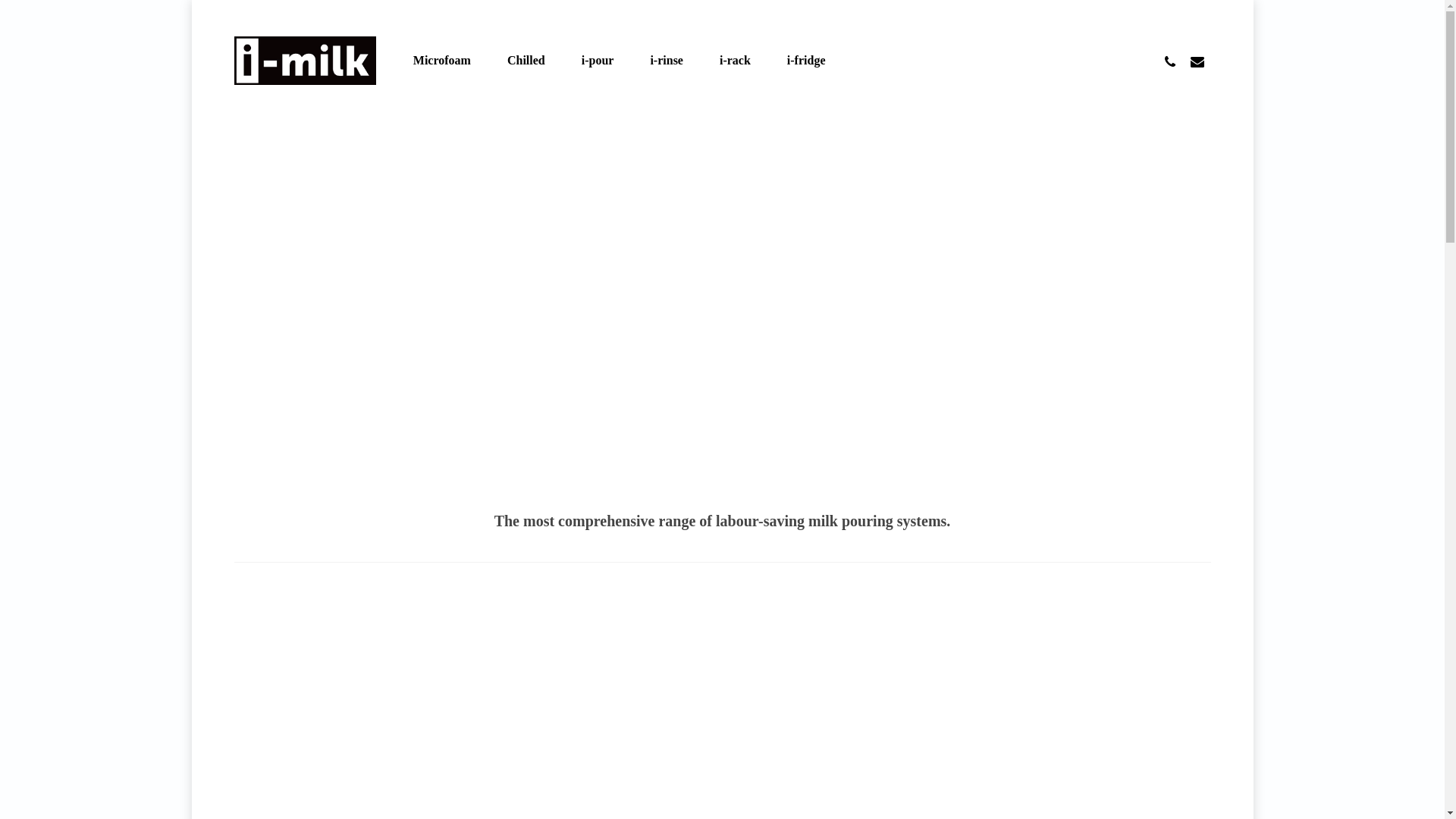 This screenshot has width=1456, height=819. I want to click on 'i-pour', so click(581, 60).